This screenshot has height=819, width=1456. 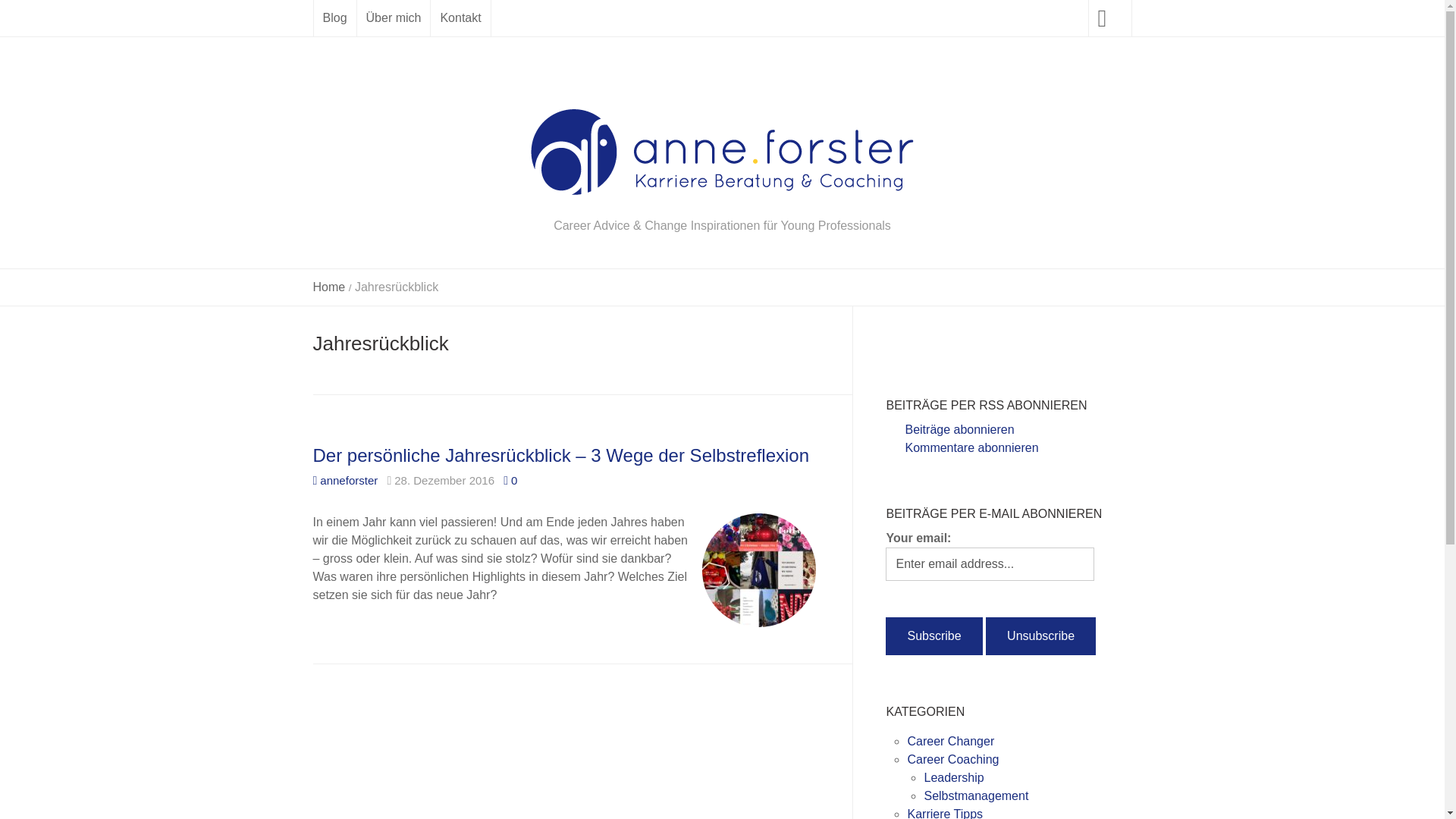 What do you see at coordinates (429, 17) in the screenshot?
I see `'Kontakt'` at bounding box center [429, 17].